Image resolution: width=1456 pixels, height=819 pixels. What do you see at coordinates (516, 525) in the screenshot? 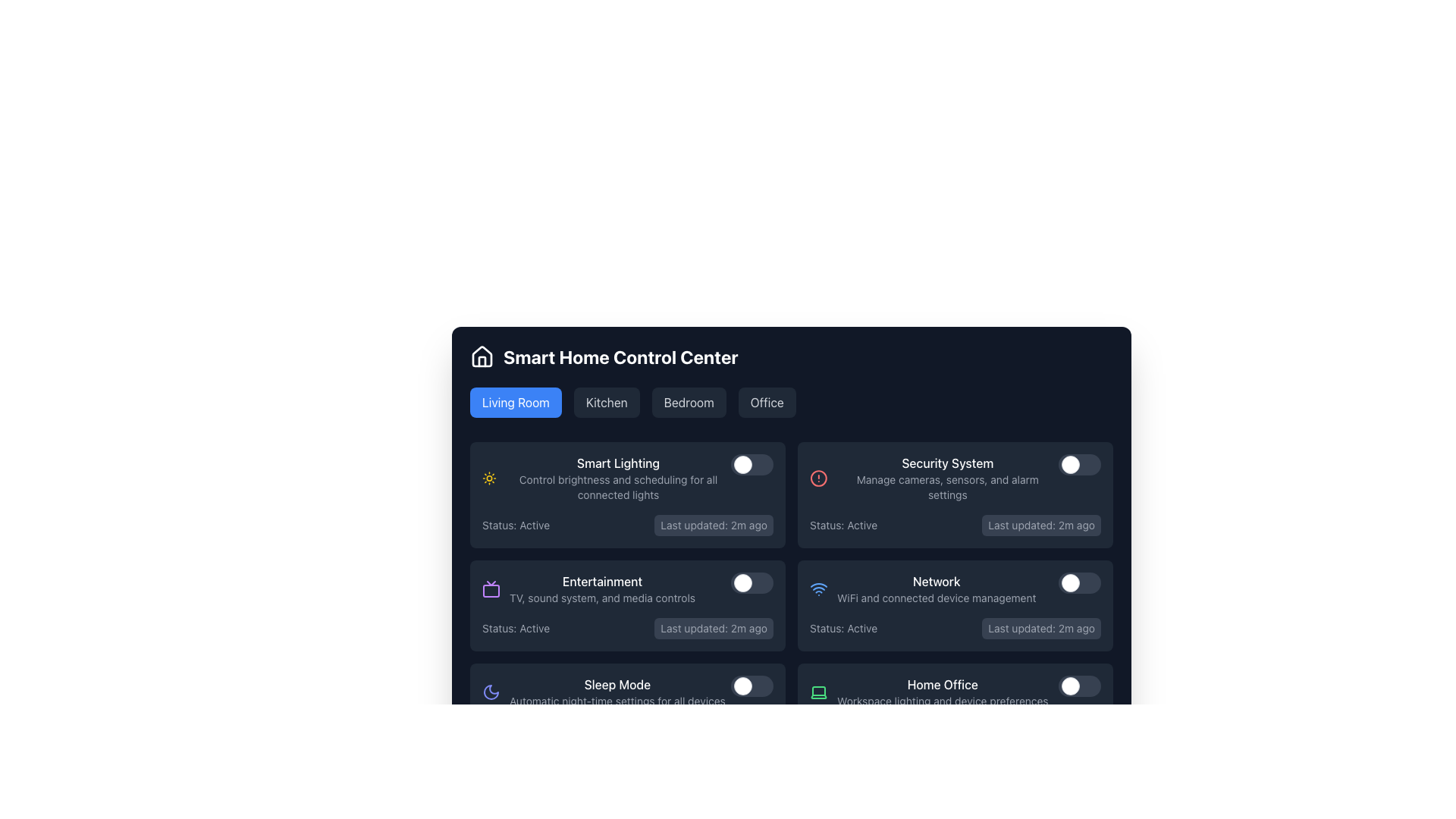
I see `the 'Active' status indicator text label located in the 'Smart Lighting' section, which is situated below the main description and above the 'Last updated: 2m ago' timestamp` at bounding box center [516, 525].